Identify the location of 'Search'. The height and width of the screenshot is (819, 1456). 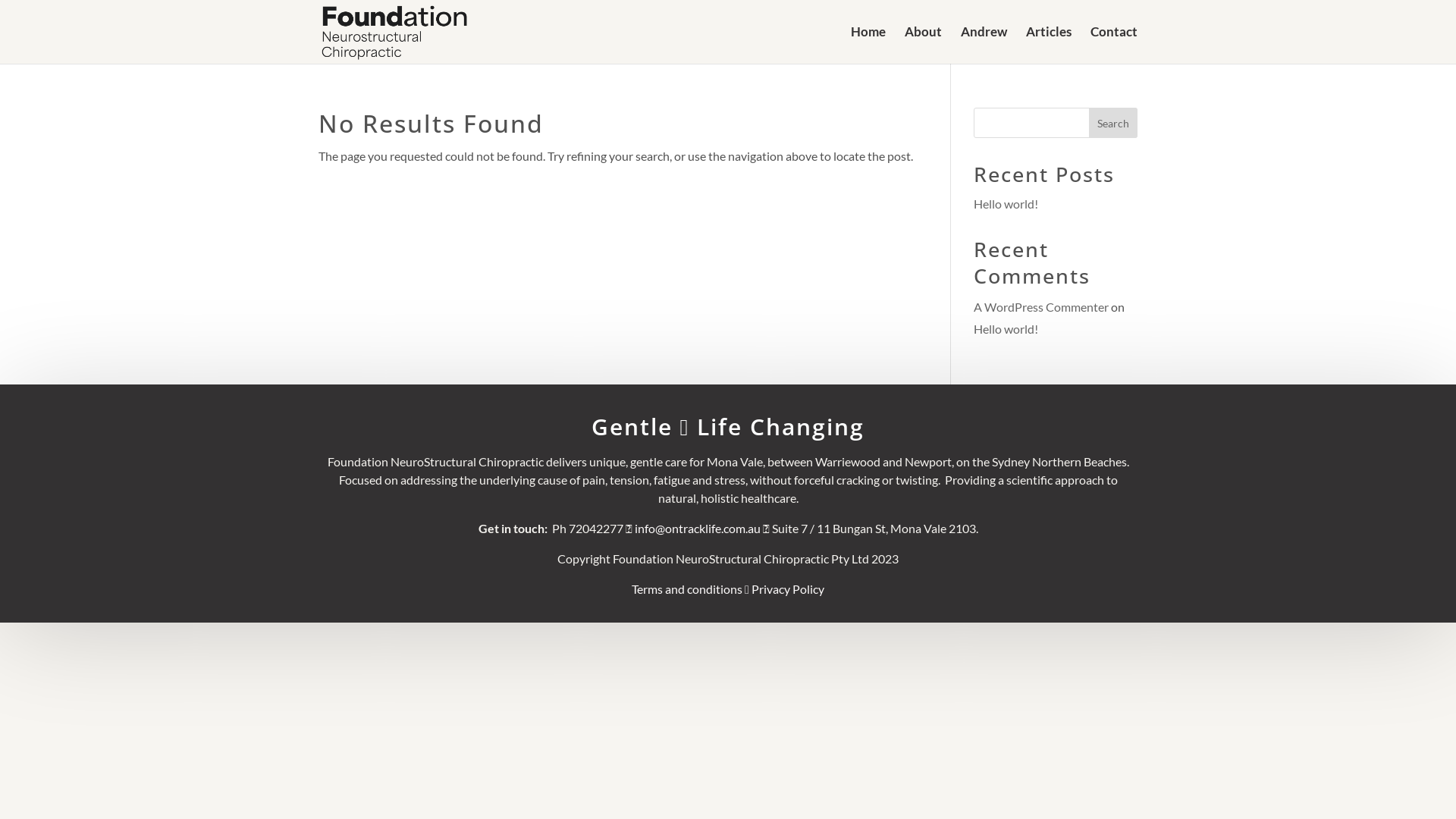
(1113, 122).